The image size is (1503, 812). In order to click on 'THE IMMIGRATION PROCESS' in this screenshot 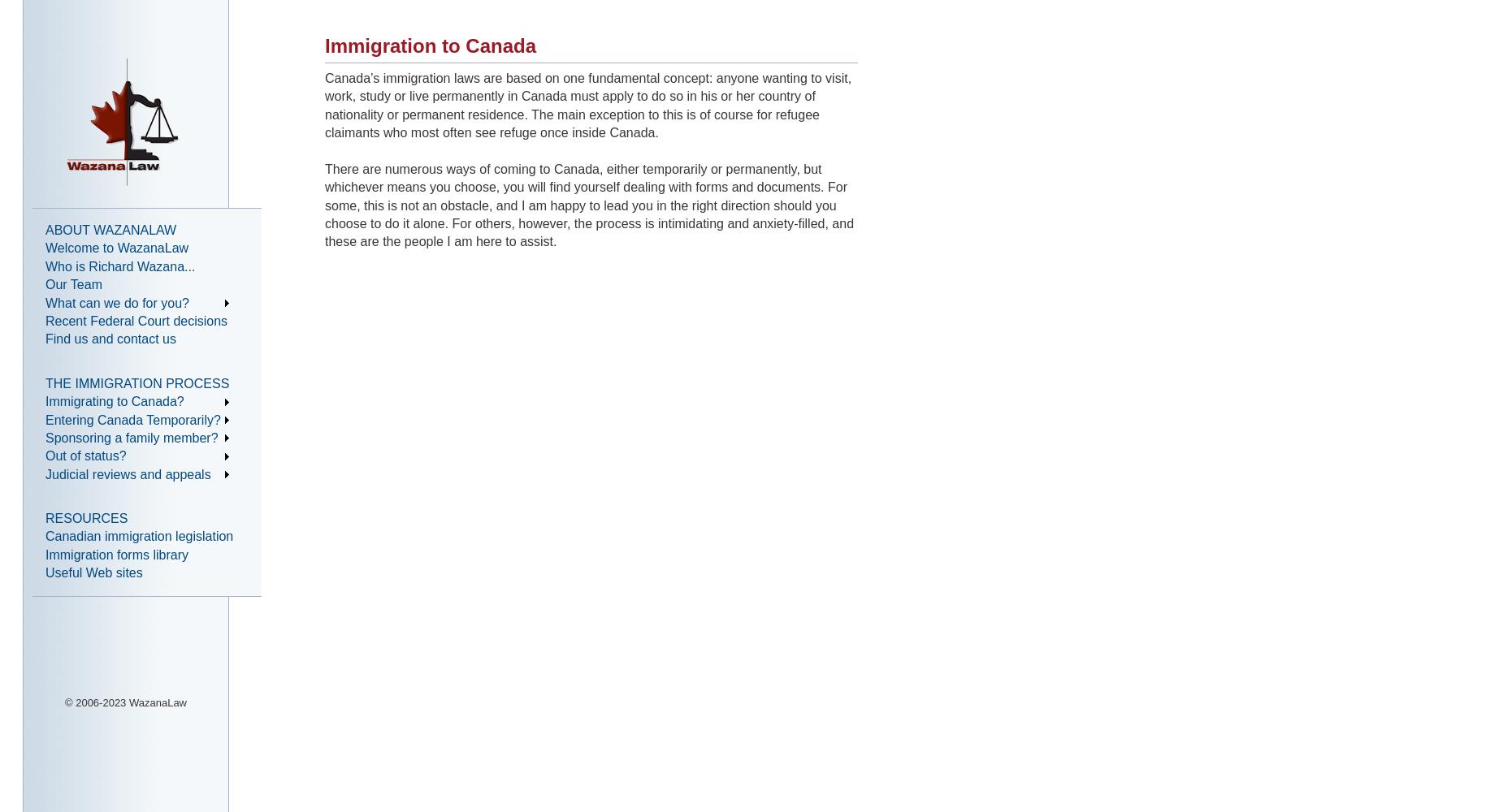, I will do `click(136, 382)`.